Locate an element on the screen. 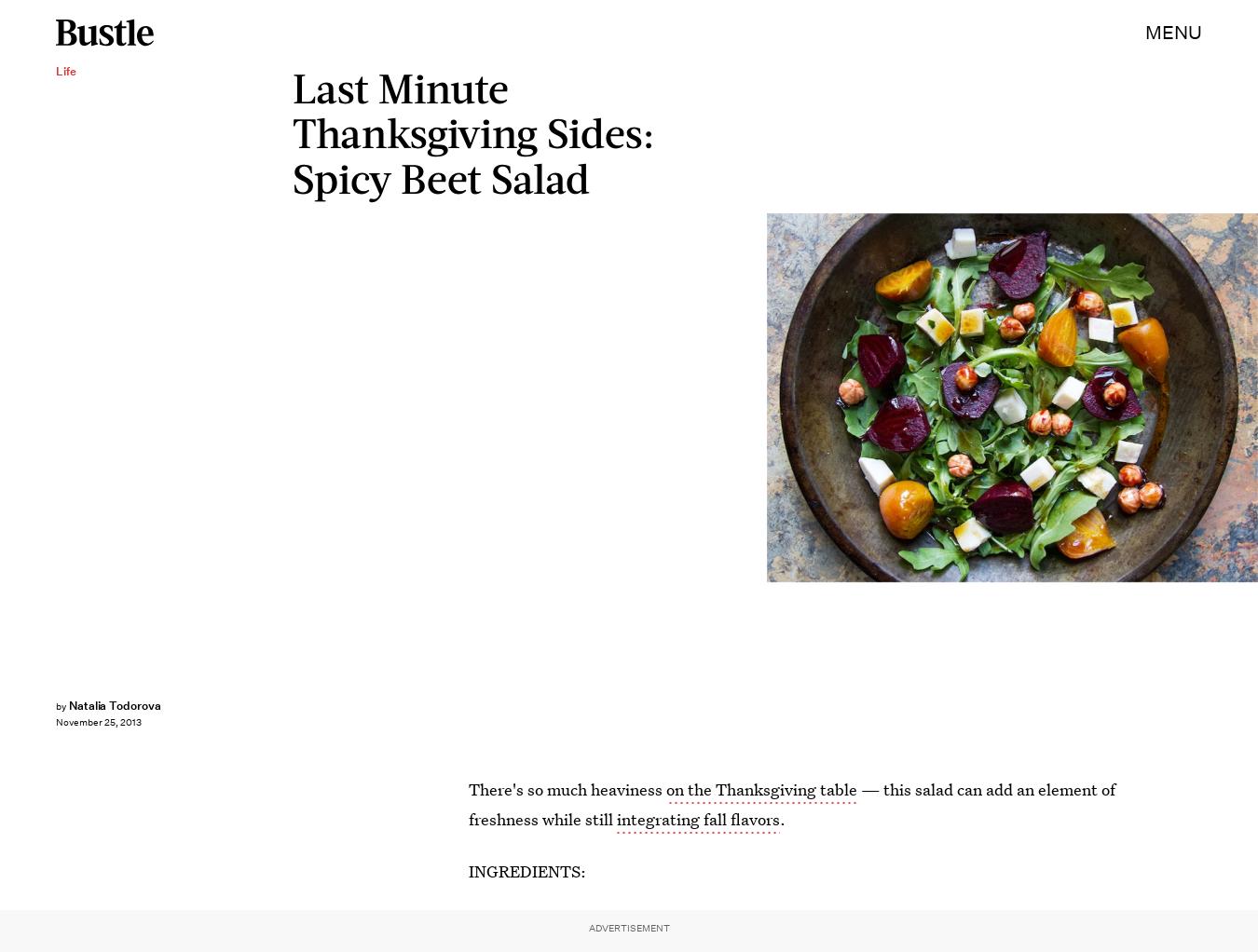  'There's so much heaviness' is located at coordinates (567, 789).